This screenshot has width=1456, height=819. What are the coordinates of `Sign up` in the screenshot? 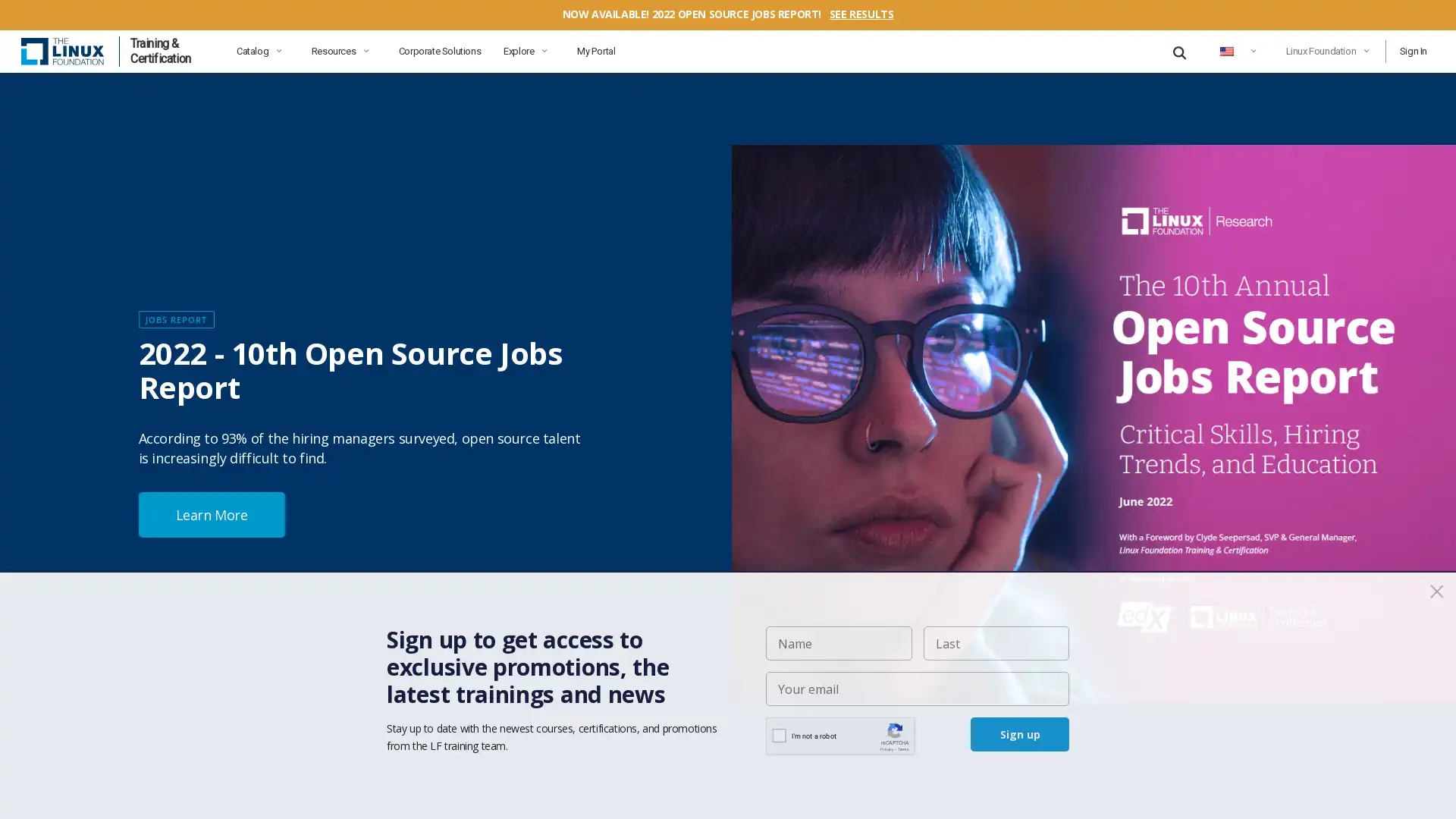 It's located at (1019, 733).